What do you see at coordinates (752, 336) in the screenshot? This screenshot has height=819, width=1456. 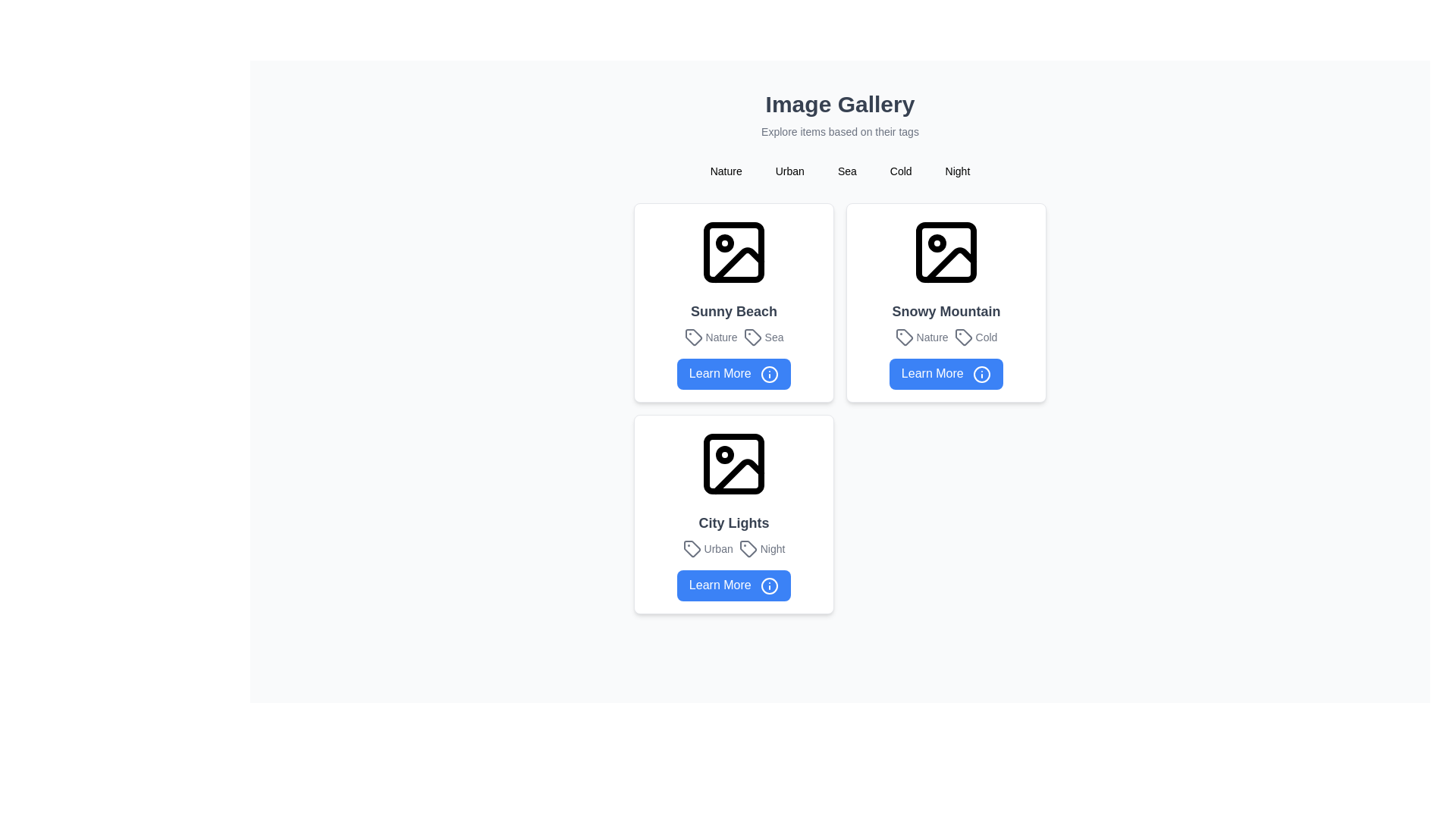 I see `the small tag-shaped icon located next to the text 'Sea' in the bottom left region of the card labeled 'Sunny Beach'` at bounding box center [752, 336].